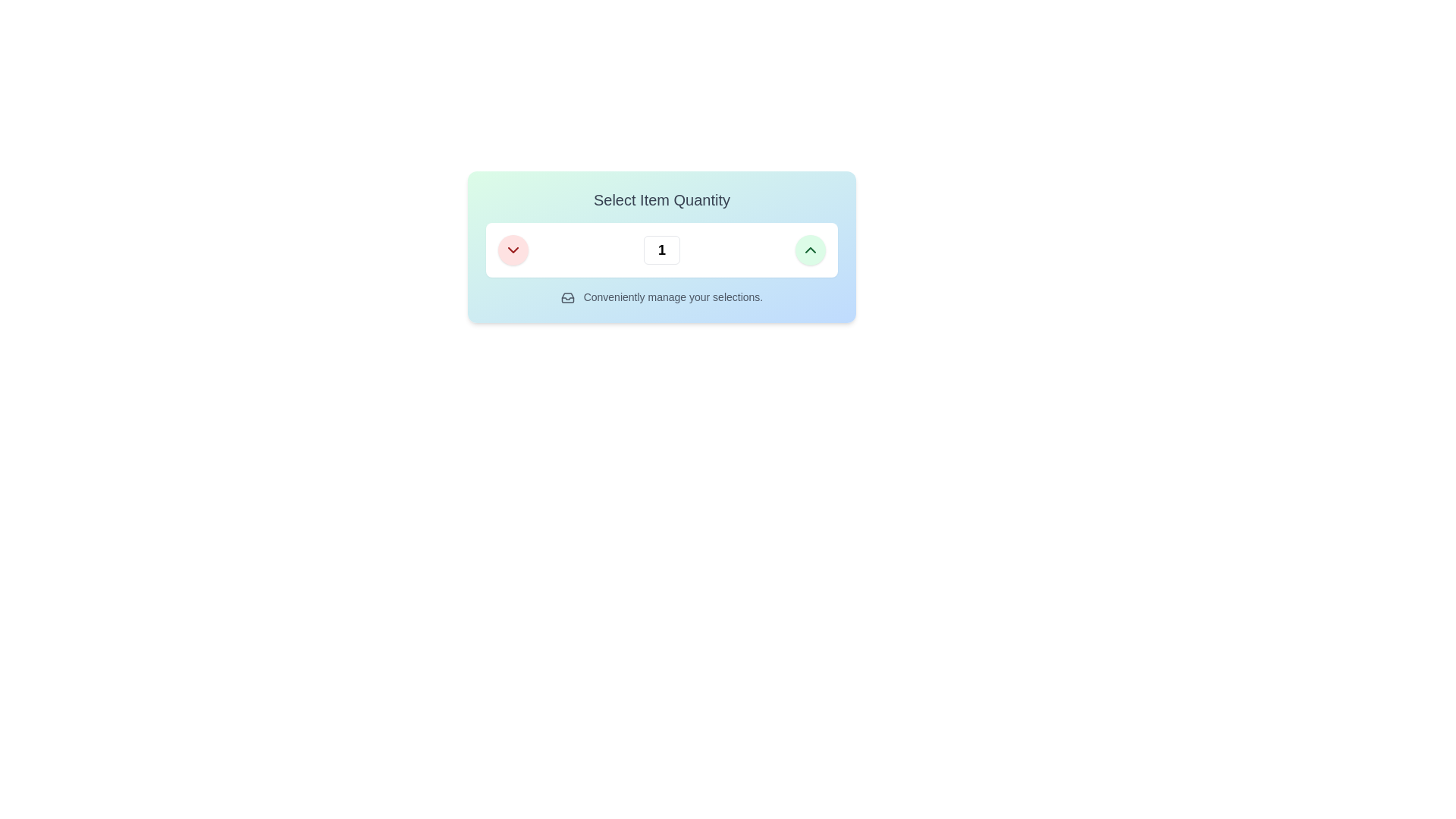 The width and height of the screenshot is (1456, 819). I want to click on the downward-pointing chevron icon of the Dropdown button indicator, so click(513, 249).